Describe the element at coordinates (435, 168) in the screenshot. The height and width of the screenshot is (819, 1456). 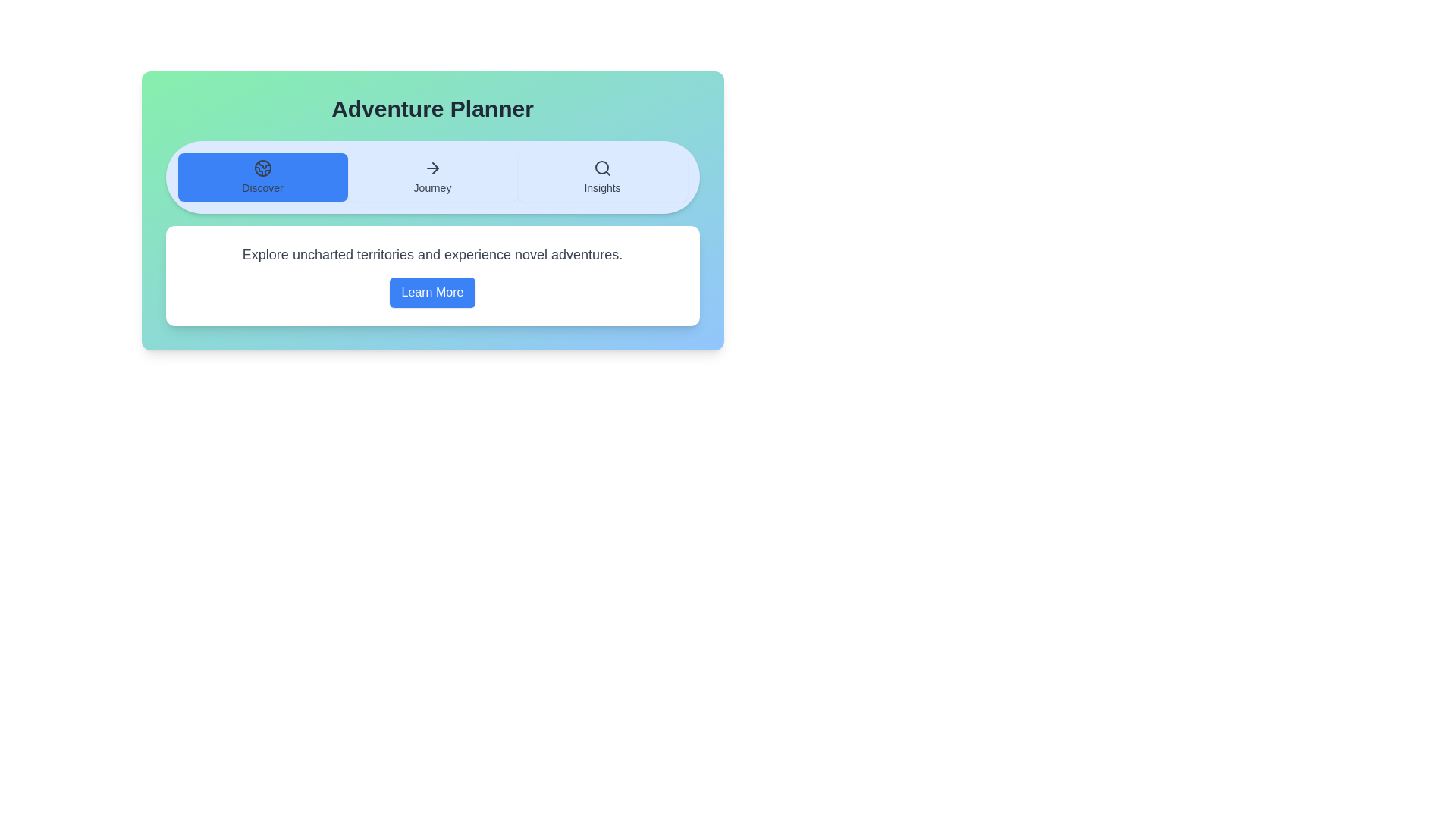
I see `the right-facing arrow icon within the 'Journey' button` at that location.